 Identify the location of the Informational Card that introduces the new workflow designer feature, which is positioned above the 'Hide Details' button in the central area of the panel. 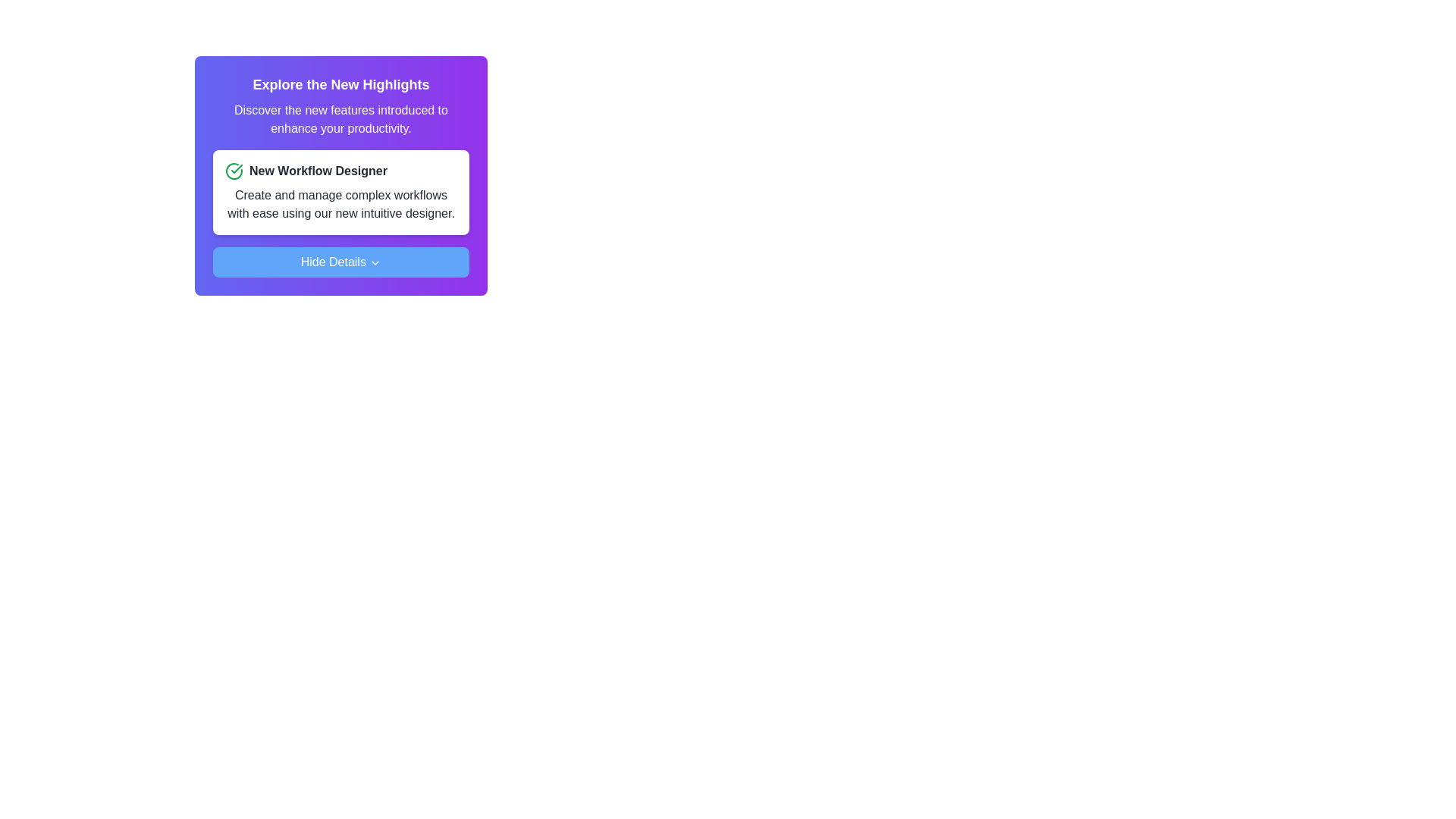
(340, 192).